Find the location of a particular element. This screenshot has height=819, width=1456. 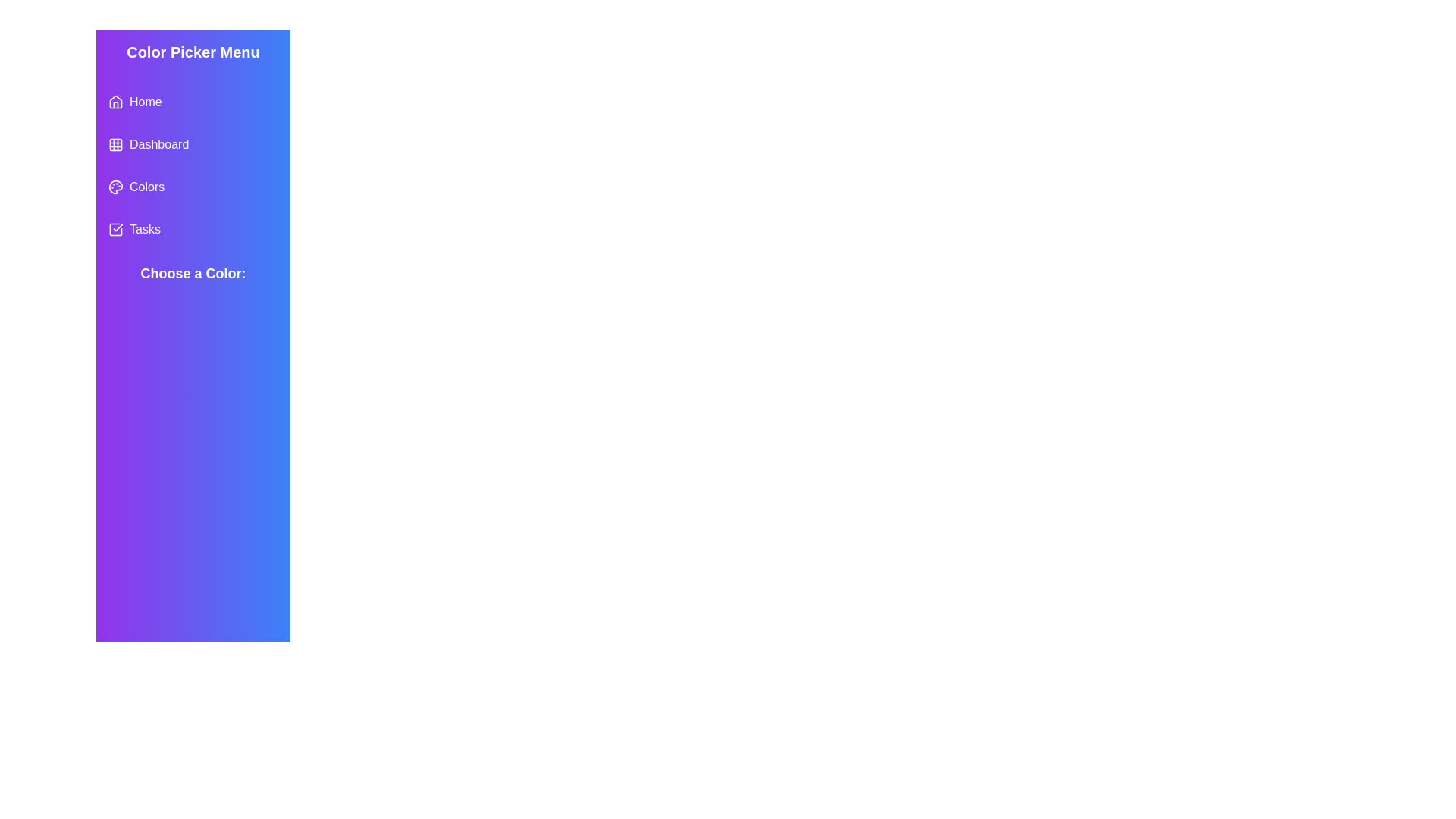

the 'Tasks' text label in the vertical menu on the purple and blue gradient sidebar is located at coordinates (145, 230).